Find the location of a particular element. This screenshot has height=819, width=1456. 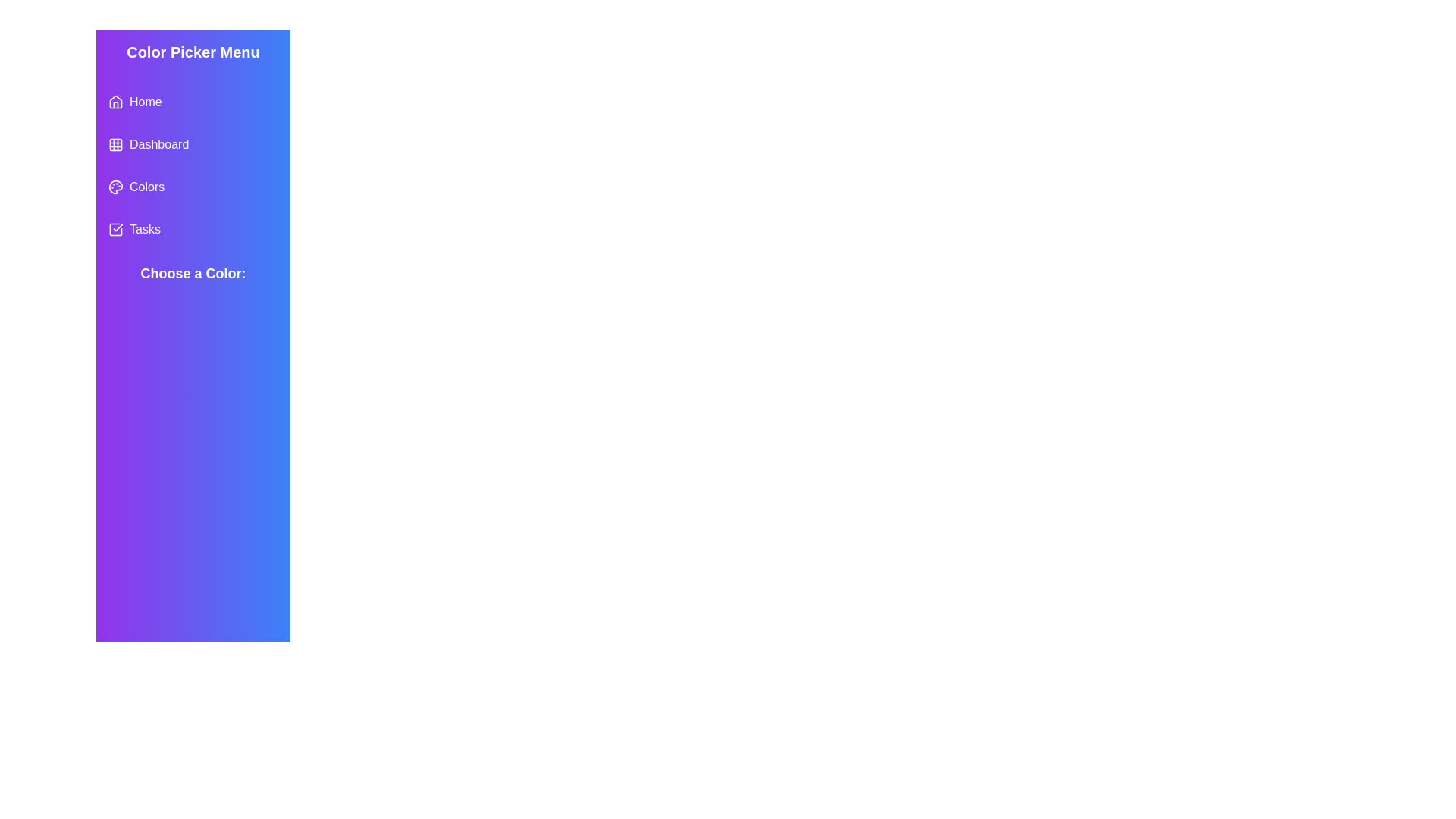

the 'Tasks' text label in the vertical menu on the purple and blue gradient sidebar is located at coordinates (145, 230).